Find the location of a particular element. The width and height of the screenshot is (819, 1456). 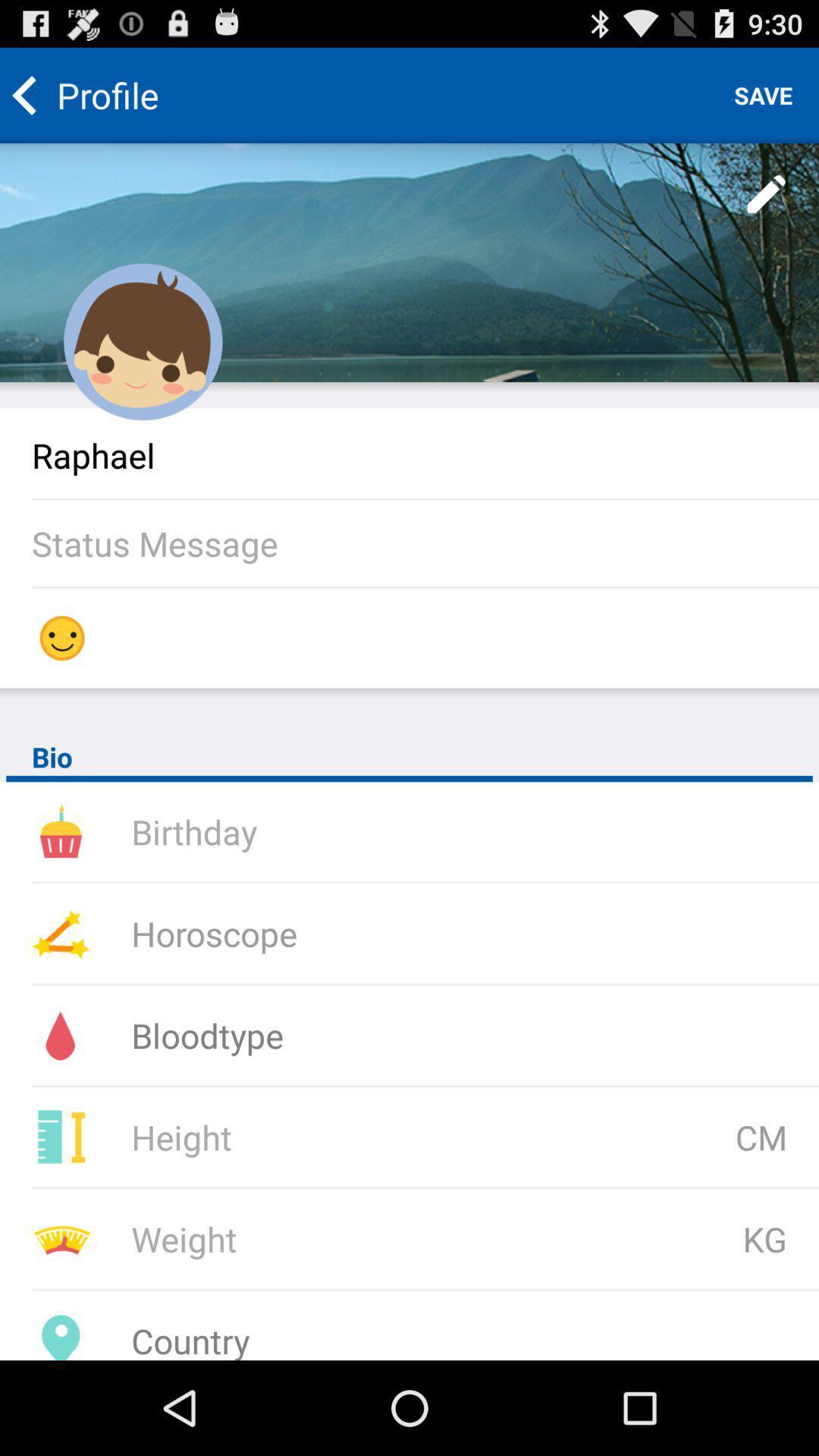

height is located at coordinates (329, 1137).